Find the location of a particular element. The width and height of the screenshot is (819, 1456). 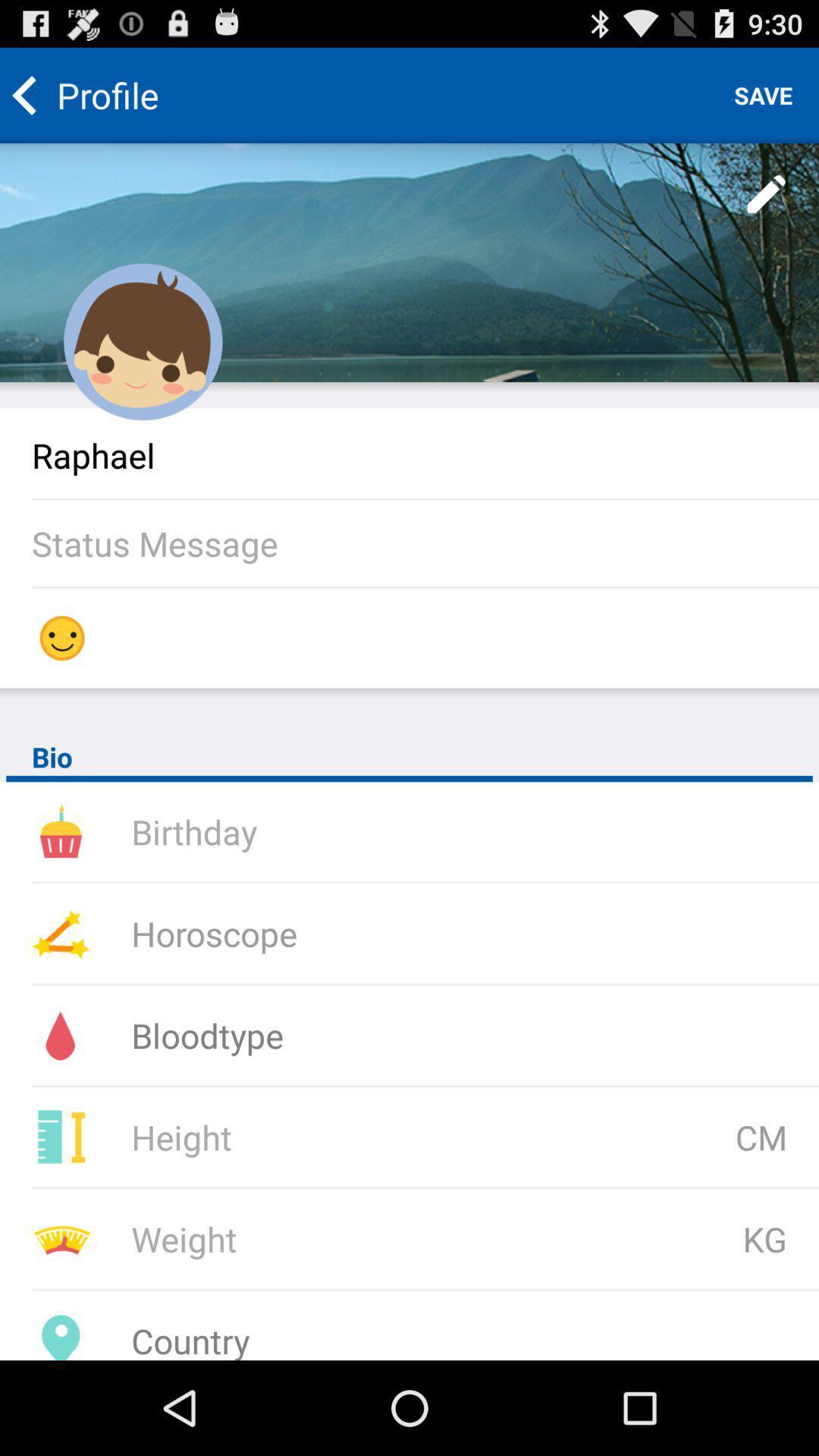

height is located at coordinates (329, 1137).